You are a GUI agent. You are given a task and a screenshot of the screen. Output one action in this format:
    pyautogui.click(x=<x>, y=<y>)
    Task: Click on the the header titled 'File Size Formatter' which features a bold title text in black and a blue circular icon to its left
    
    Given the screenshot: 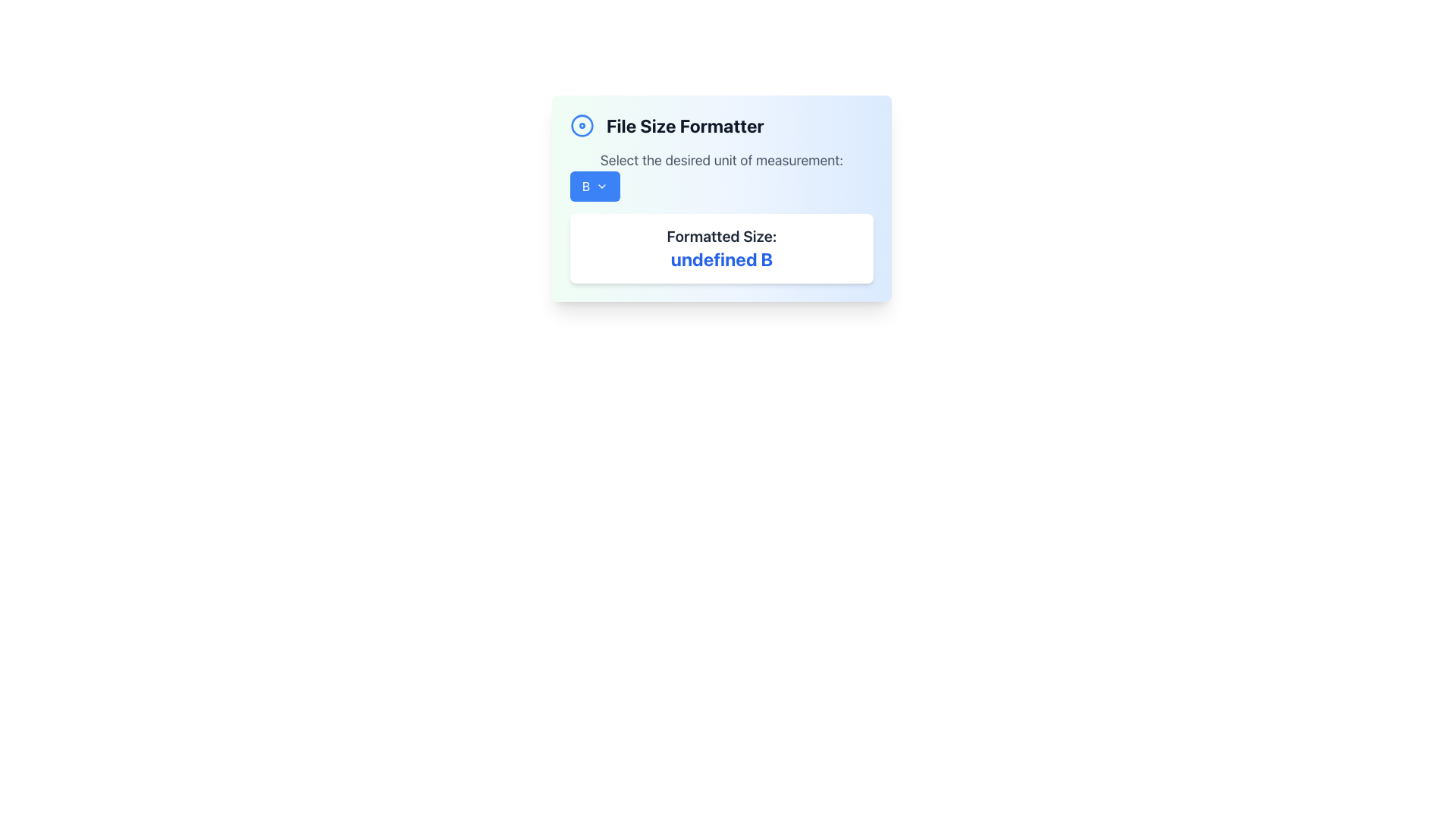 What is the action you would take?
    pyautogui.click(x=720, y=124)
    